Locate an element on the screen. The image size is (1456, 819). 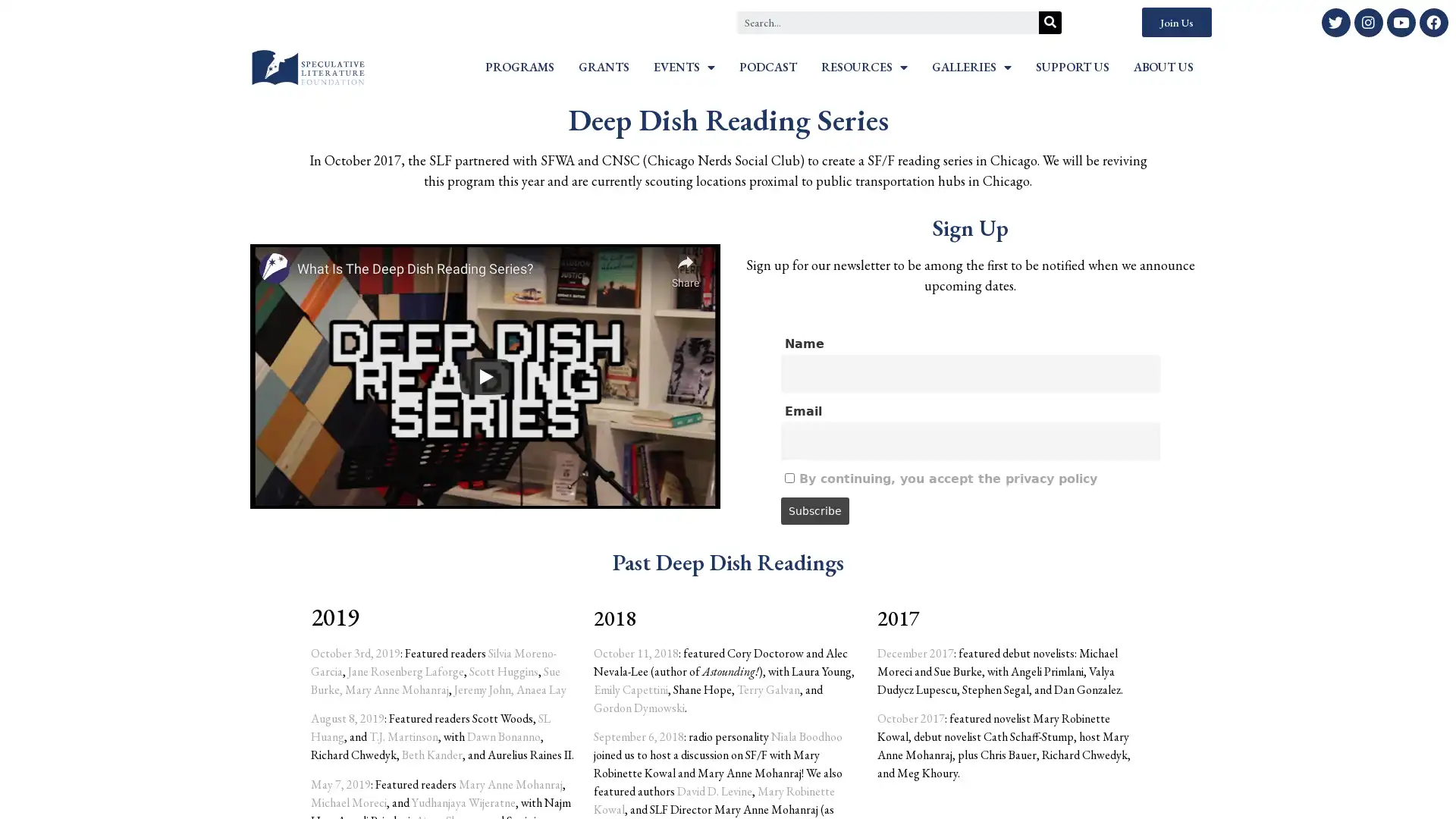
Join Us is located at coordinates (1175, 22).